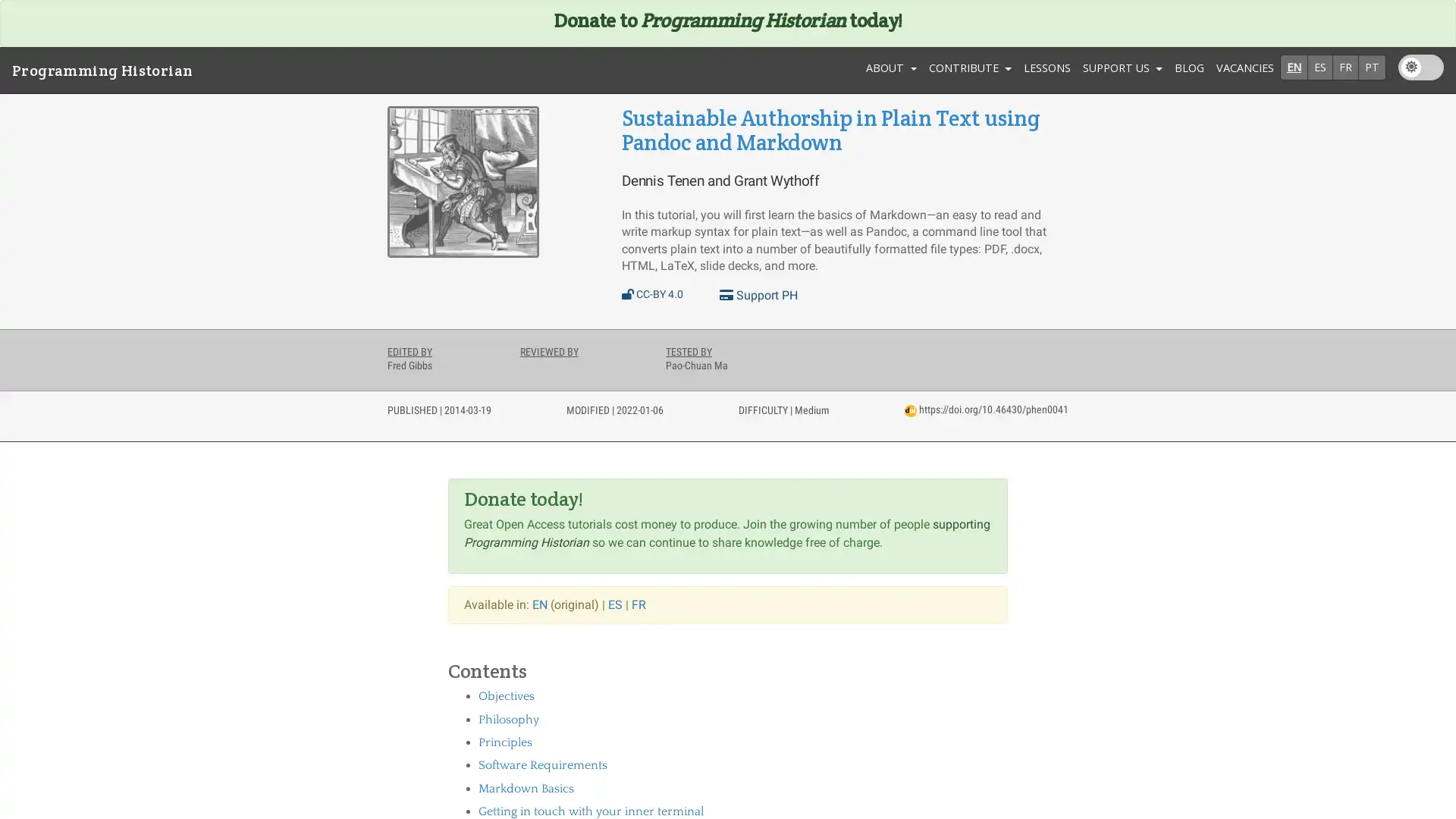  I want to click on FR, so click(1345, 66).